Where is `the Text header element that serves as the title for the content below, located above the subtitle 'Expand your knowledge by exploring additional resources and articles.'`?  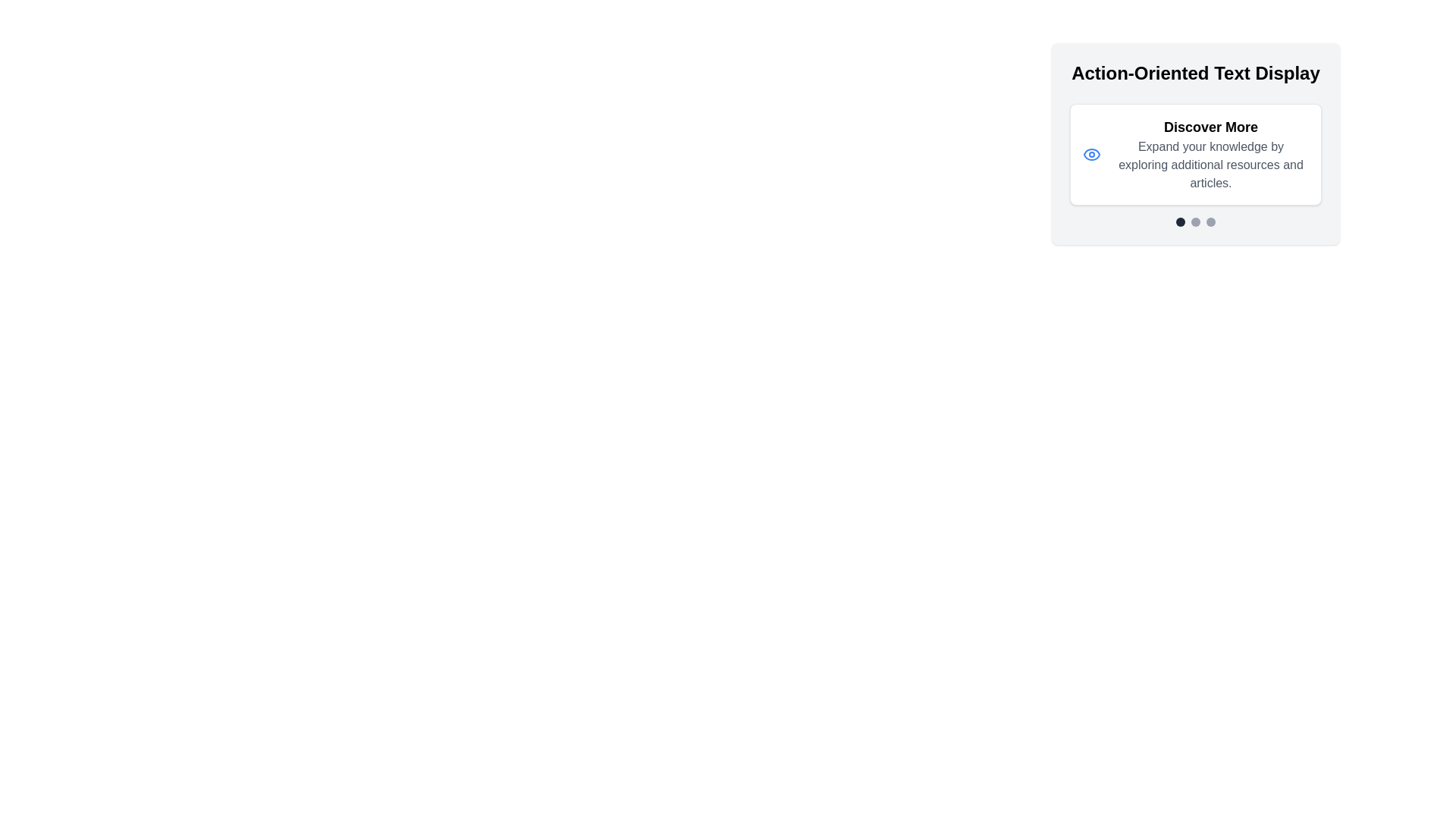 the Text header element that serves as the title for the content below, located above the subtitle 'Expand your knowledge by exploring additional resources and articles.' is located at coordinates (1210, 127).